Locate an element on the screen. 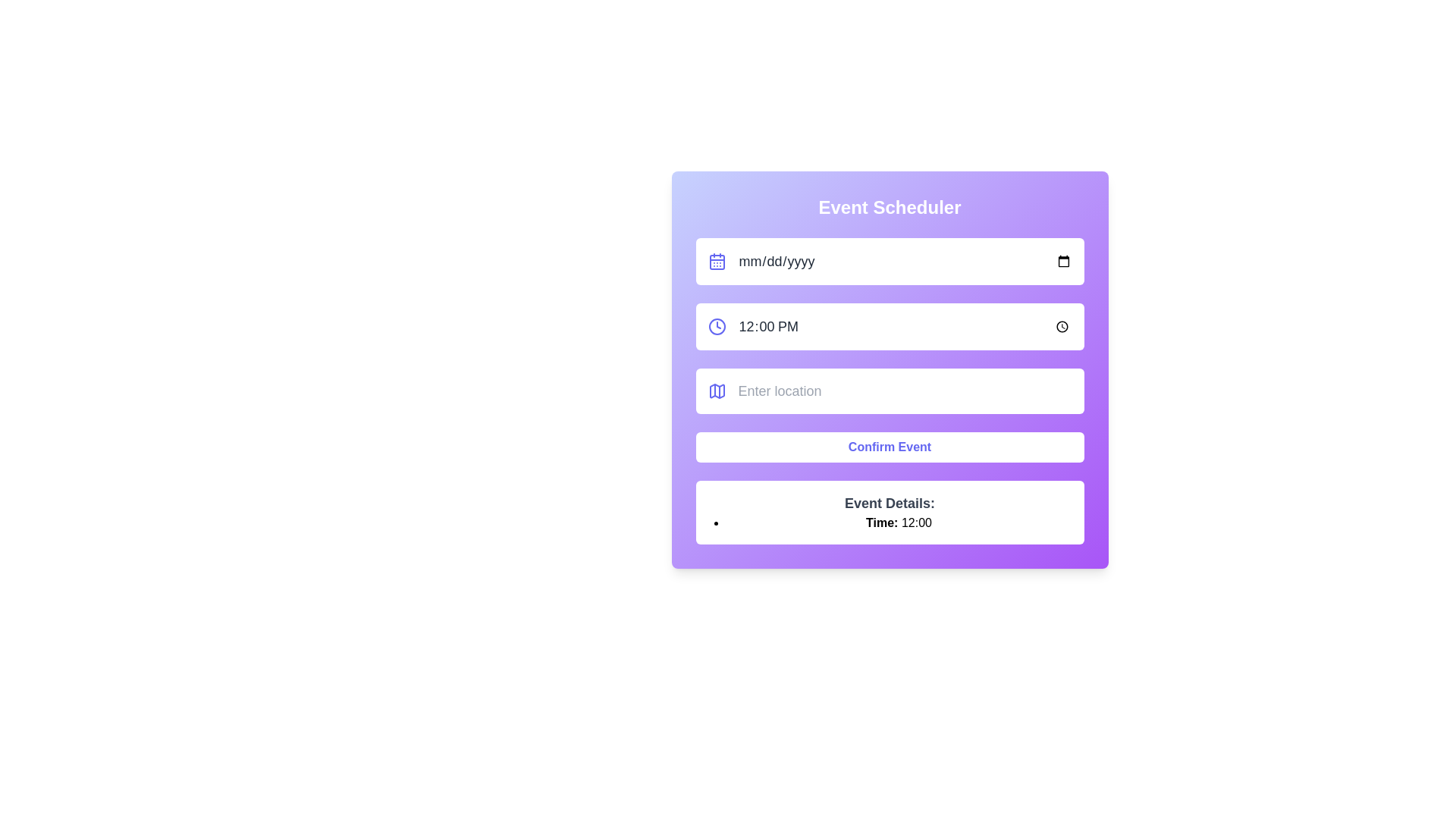  the header element displaying the text 'Event Details:', which is styled in bold, larger dark gray font, located near the bottom of the interface above a bulleted list item is located at coordinates (890, 503).